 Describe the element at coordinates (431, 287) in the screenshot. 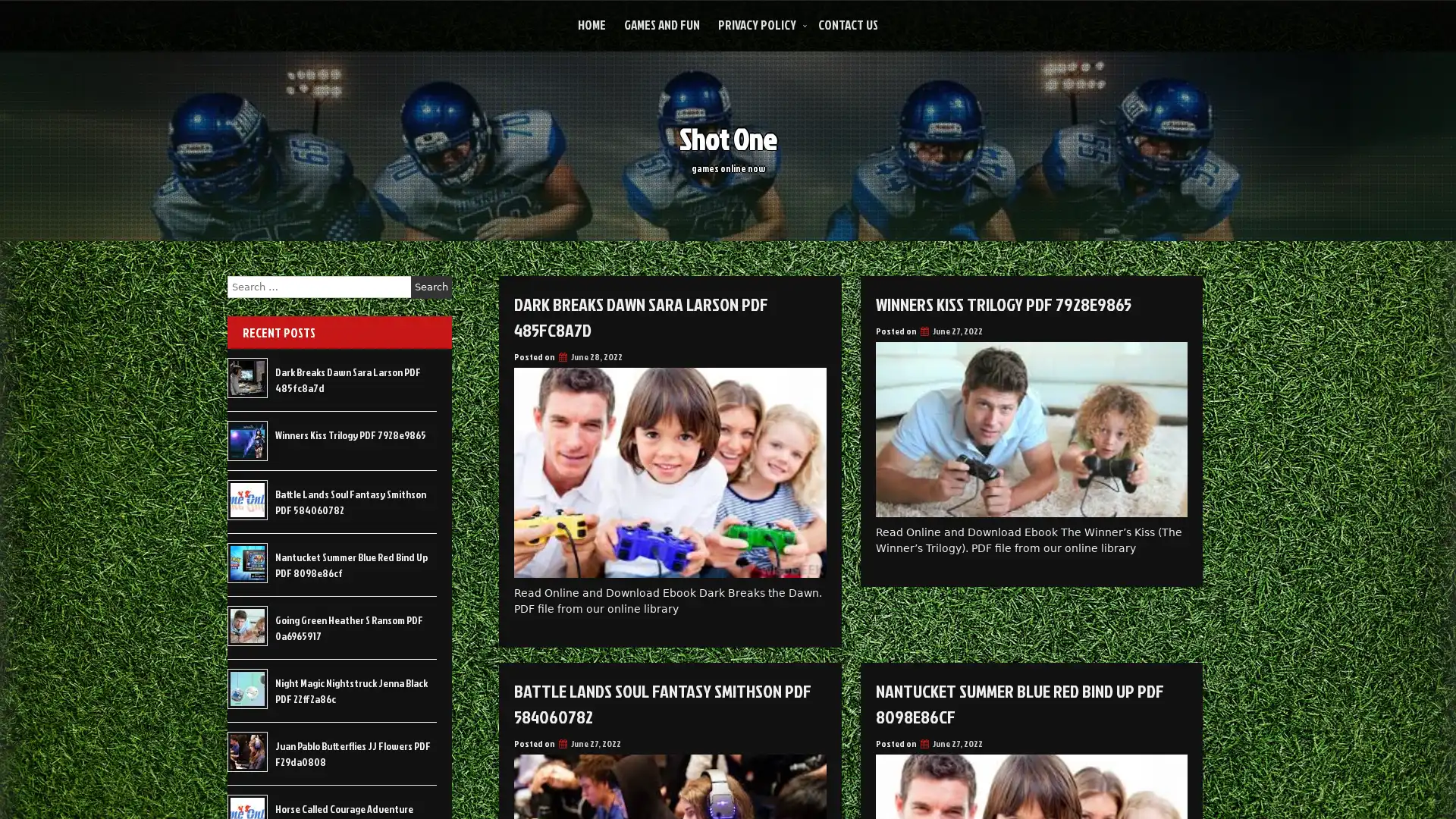

I see `Search` at that location.